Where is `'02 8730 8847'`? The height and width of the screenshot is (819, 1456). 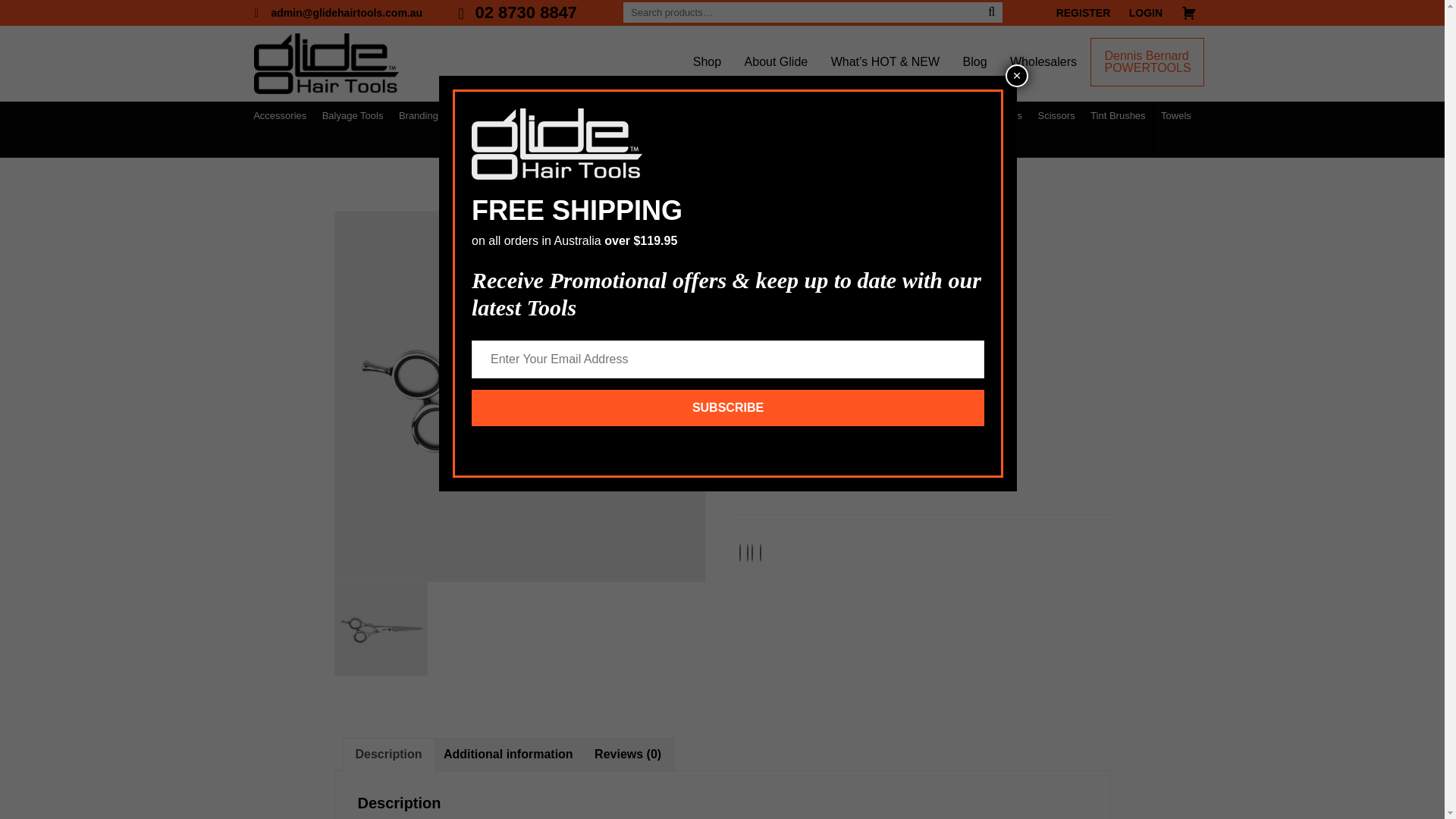 '02 8730 8847' is located at coordinates (519, 12).